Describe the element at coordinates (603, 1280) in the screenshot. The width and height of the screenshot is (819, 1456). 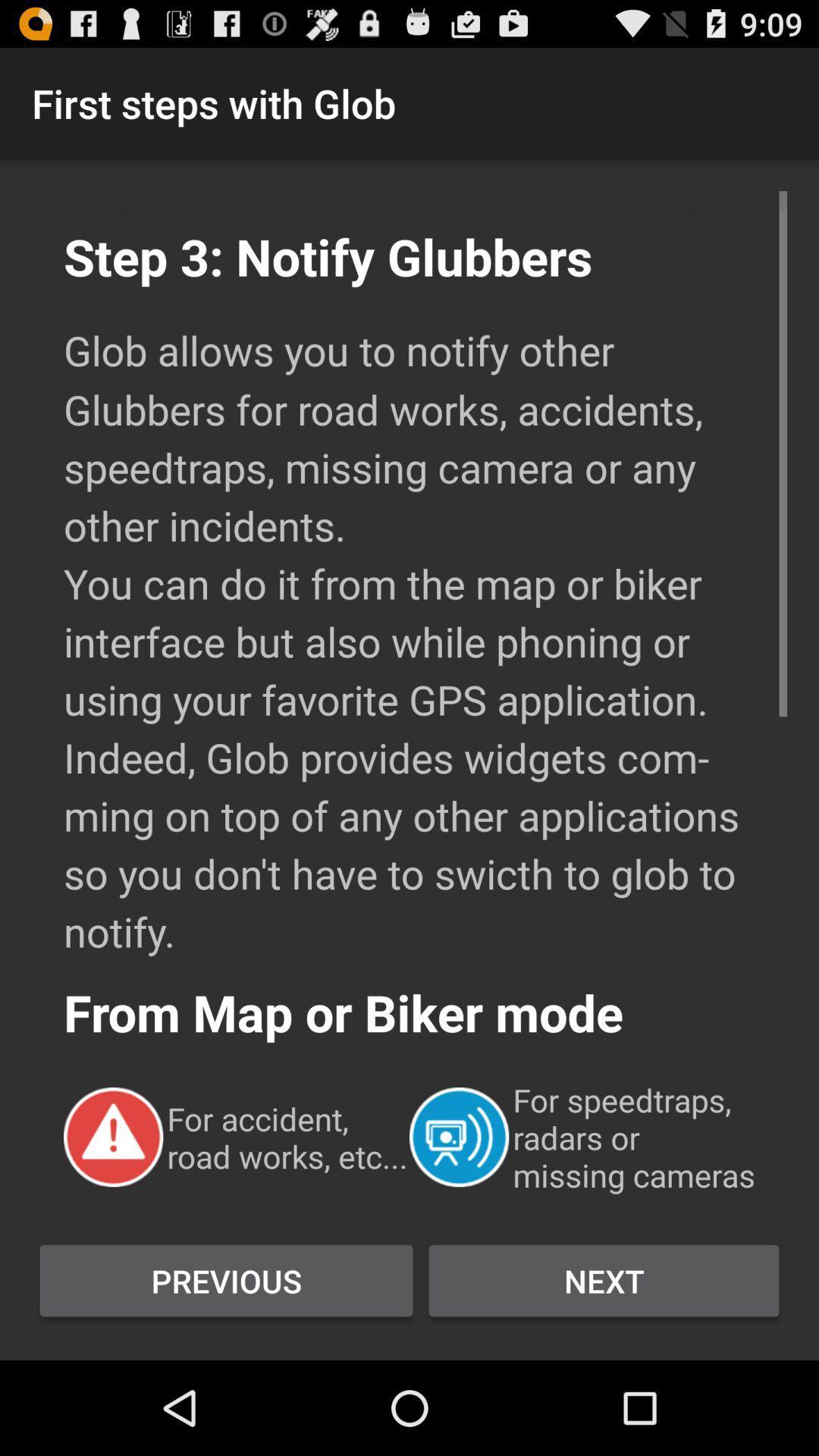
I see `the icon to the right of previous item` at that location.